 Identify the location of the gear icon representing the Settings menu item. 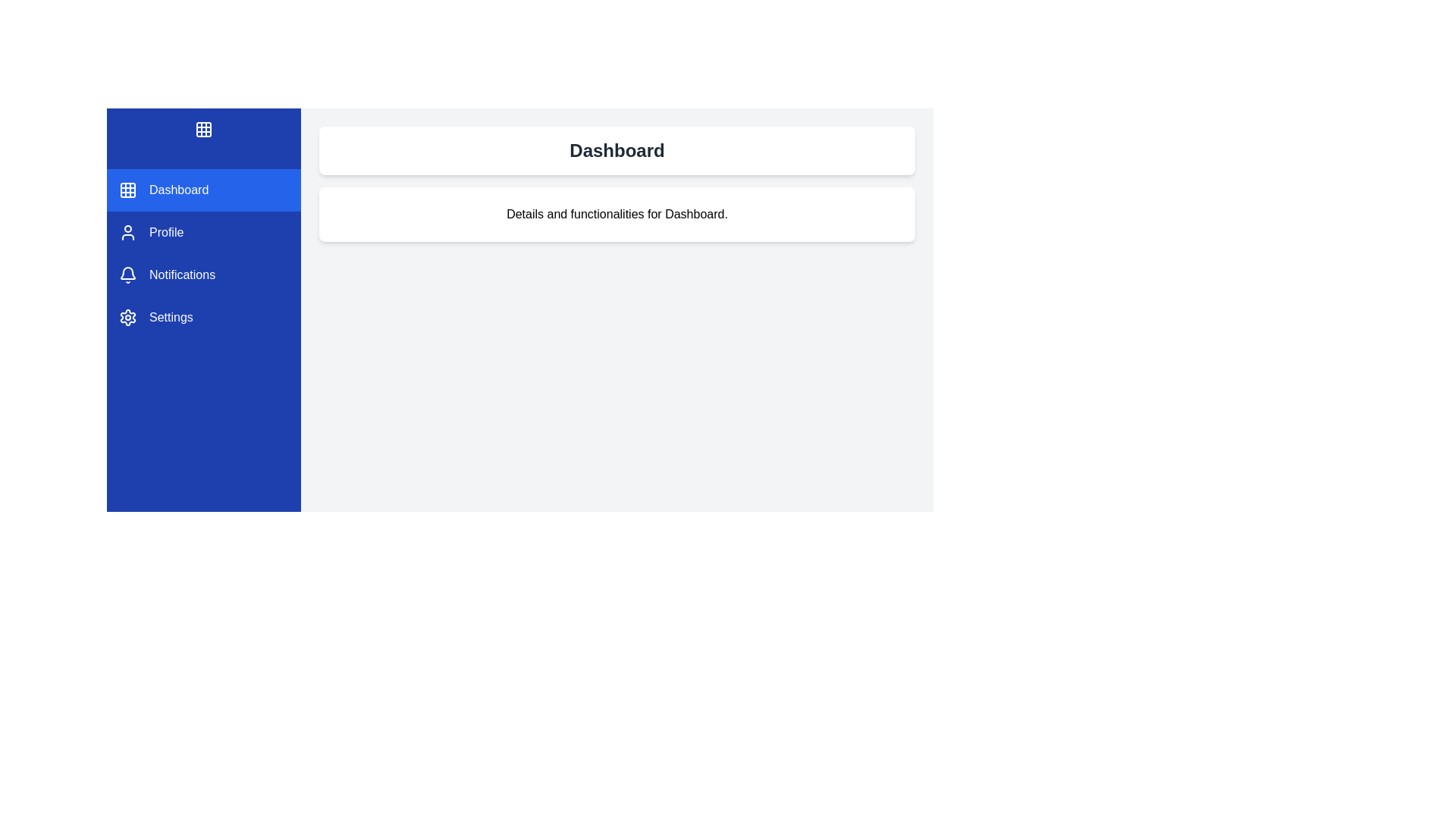
(127, 317).